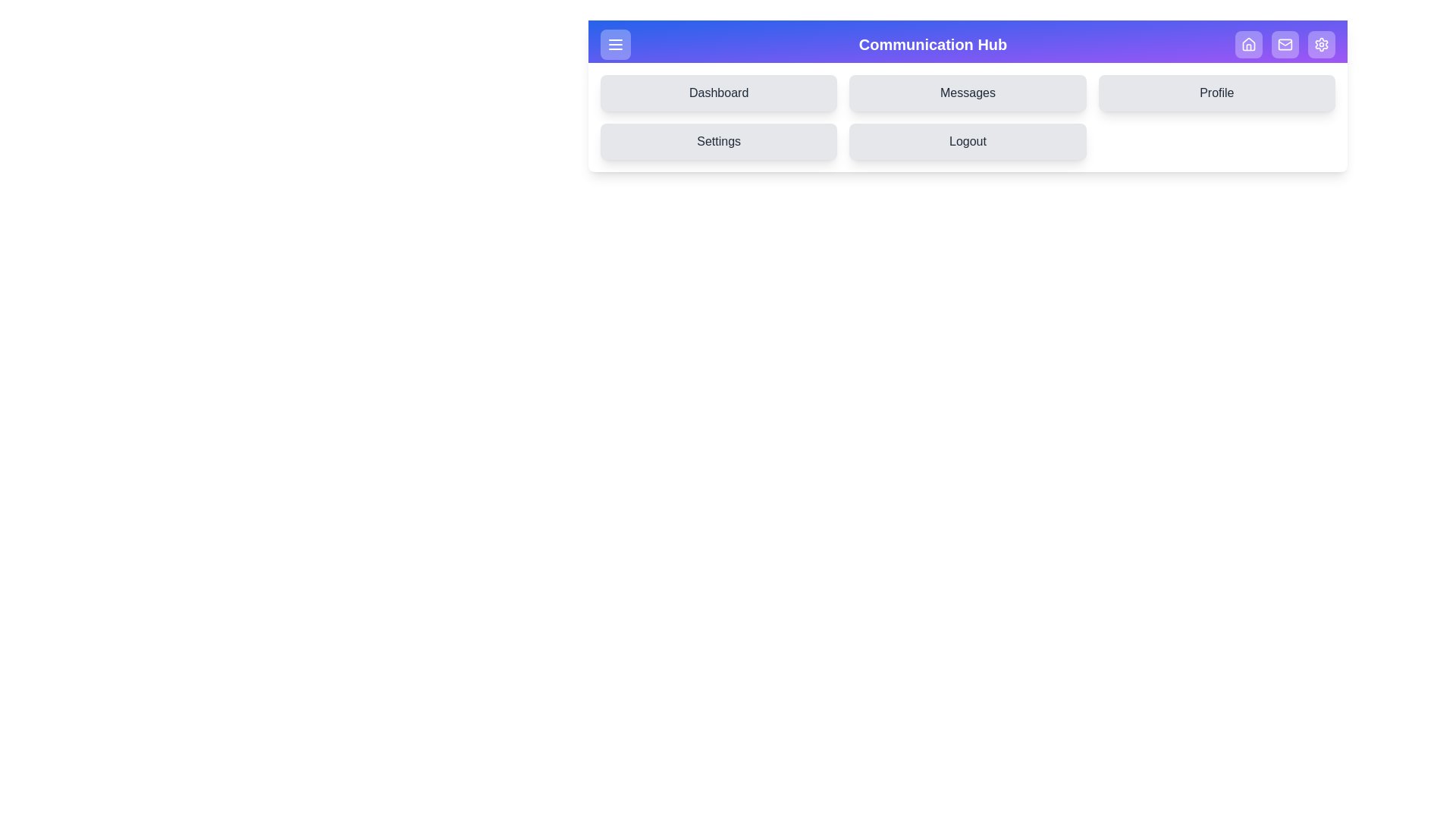  Describe the element at coordinates (1248, 43) in the screenshot. I see `the Home icon in the top-right of the app bar` at that location.